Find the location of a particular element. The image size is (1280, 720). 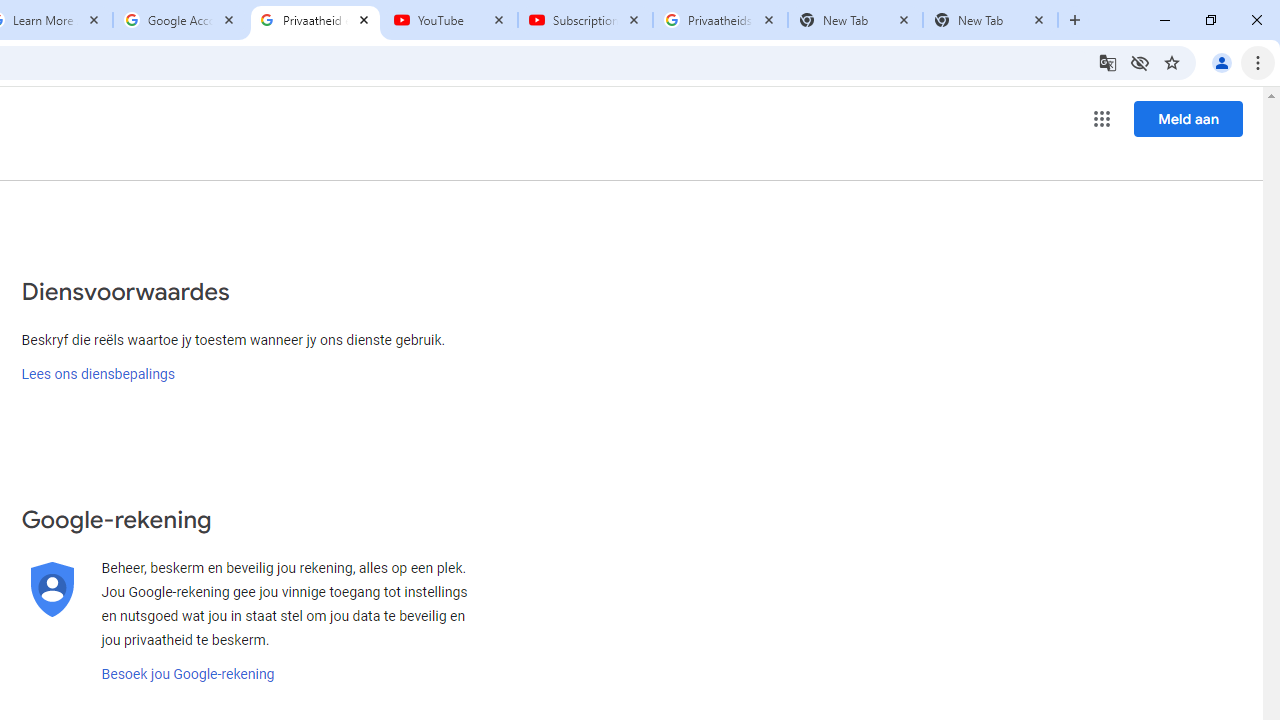

'Subscriptions - YouTube' is located at coordinates (584, 20).